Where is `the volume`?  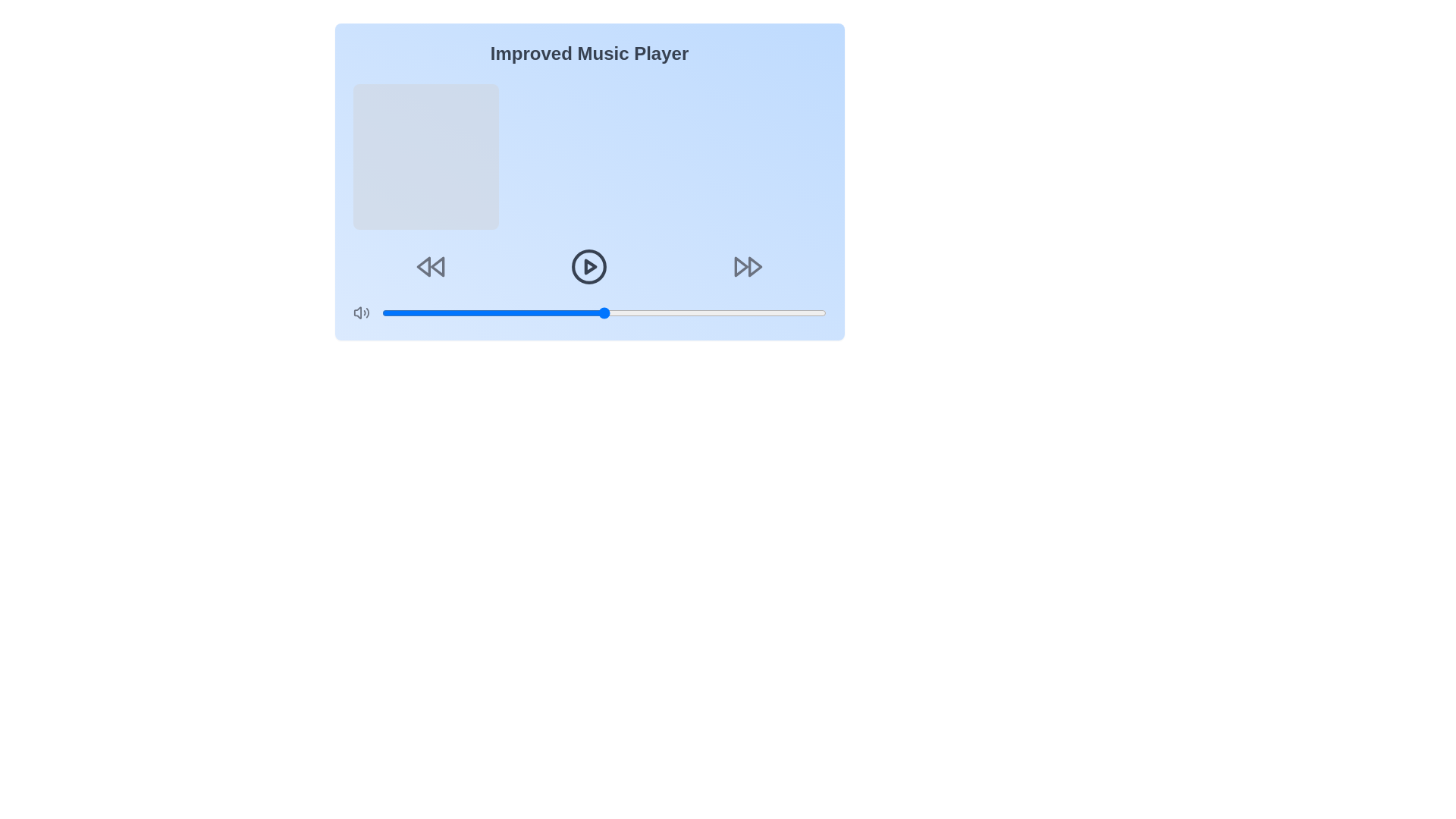
the volume is located at coordinates (430, 312).